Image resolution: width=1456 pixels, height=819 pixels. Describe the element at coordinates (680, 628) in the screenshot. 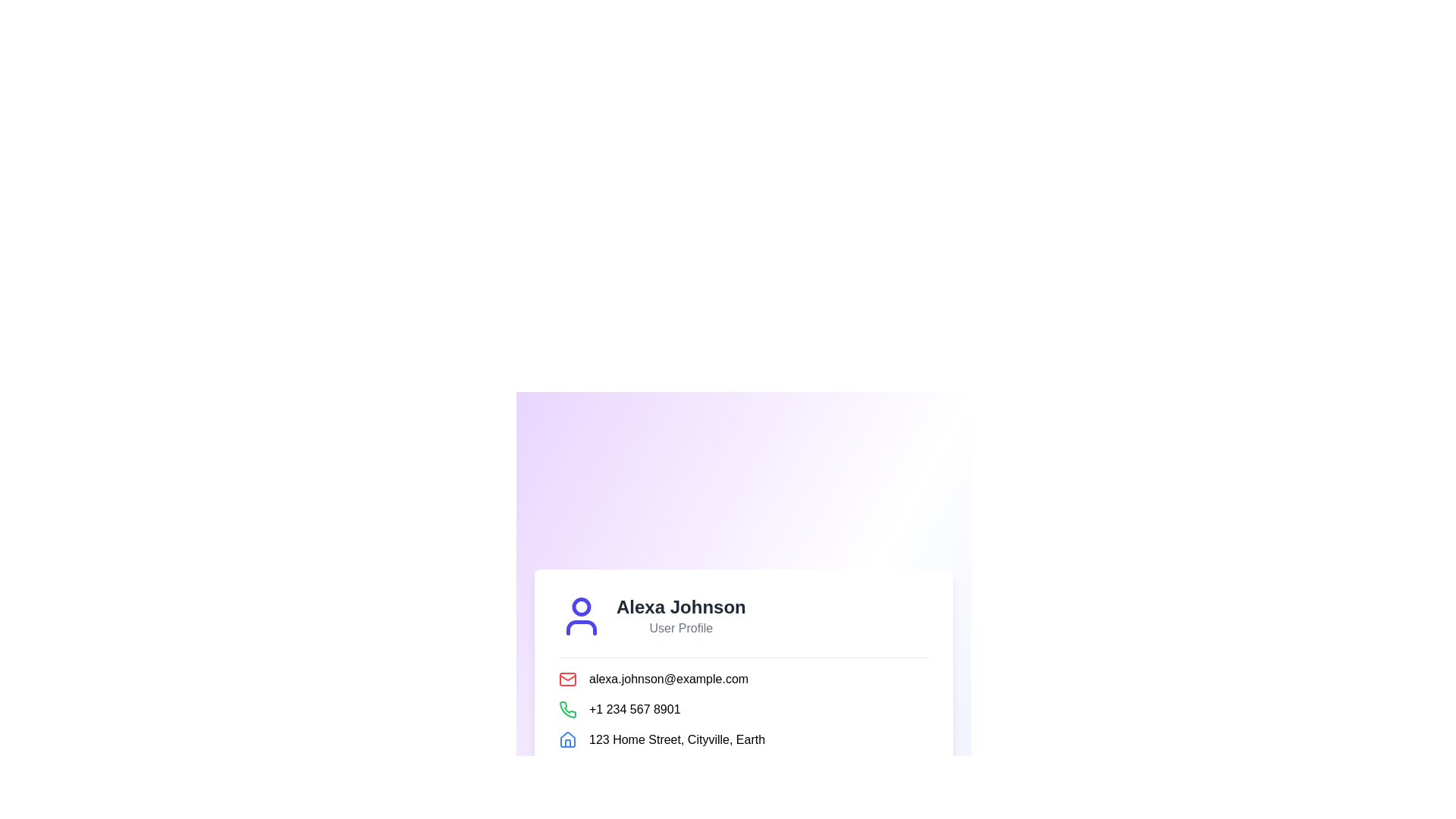

I see `the 'User Profile' text label, which is styled in gray and positioned below the 'Alexa Johnson' text within a card-like structure` at that location.